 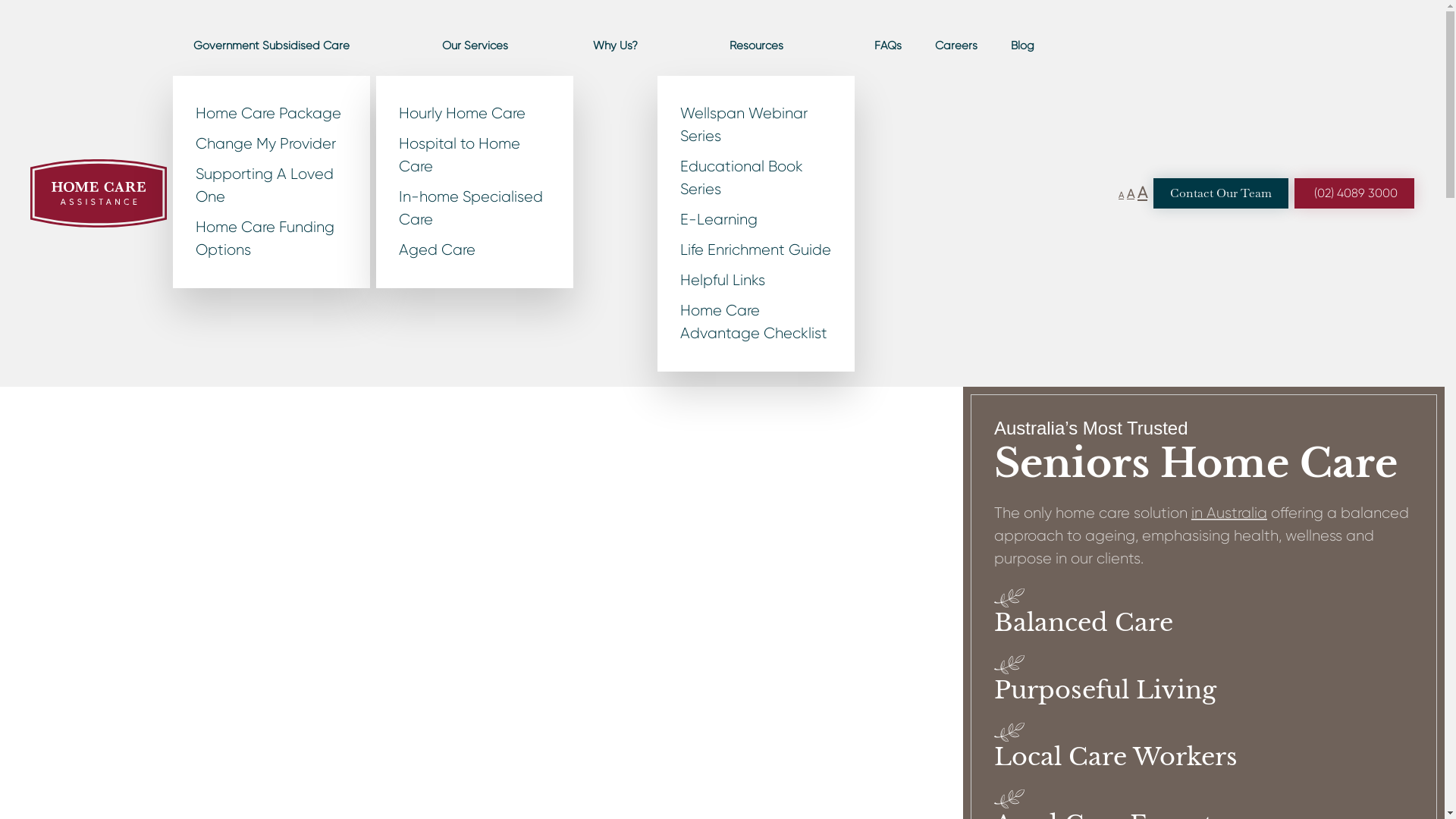 What do you see at coordinates (1142, 192) in the screenshot?
I see `'A` at bounding box center [1142, 192].